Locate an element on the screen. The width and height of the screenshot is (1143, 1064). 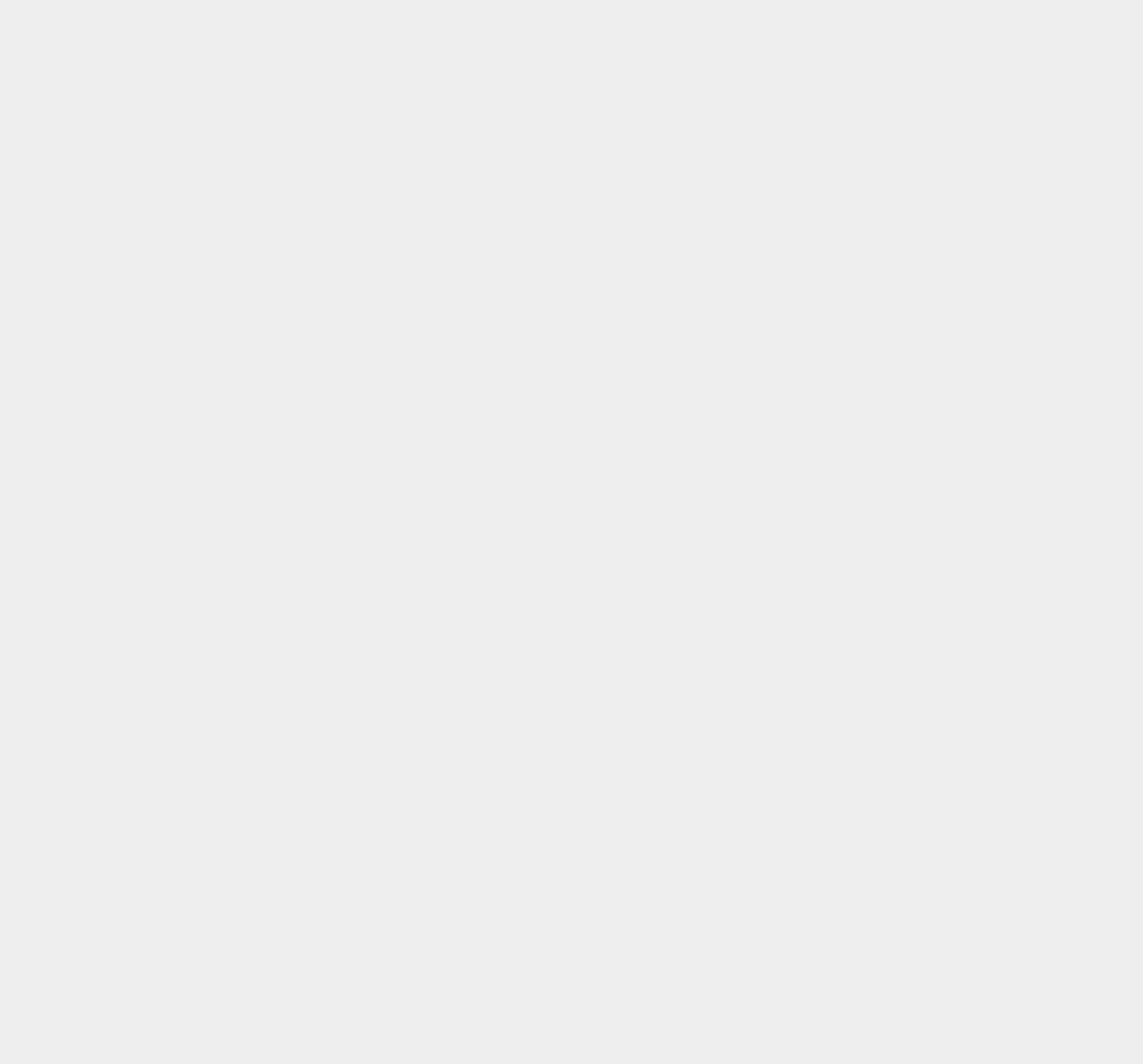
'Gifts' is located at coordinates (822, 500).